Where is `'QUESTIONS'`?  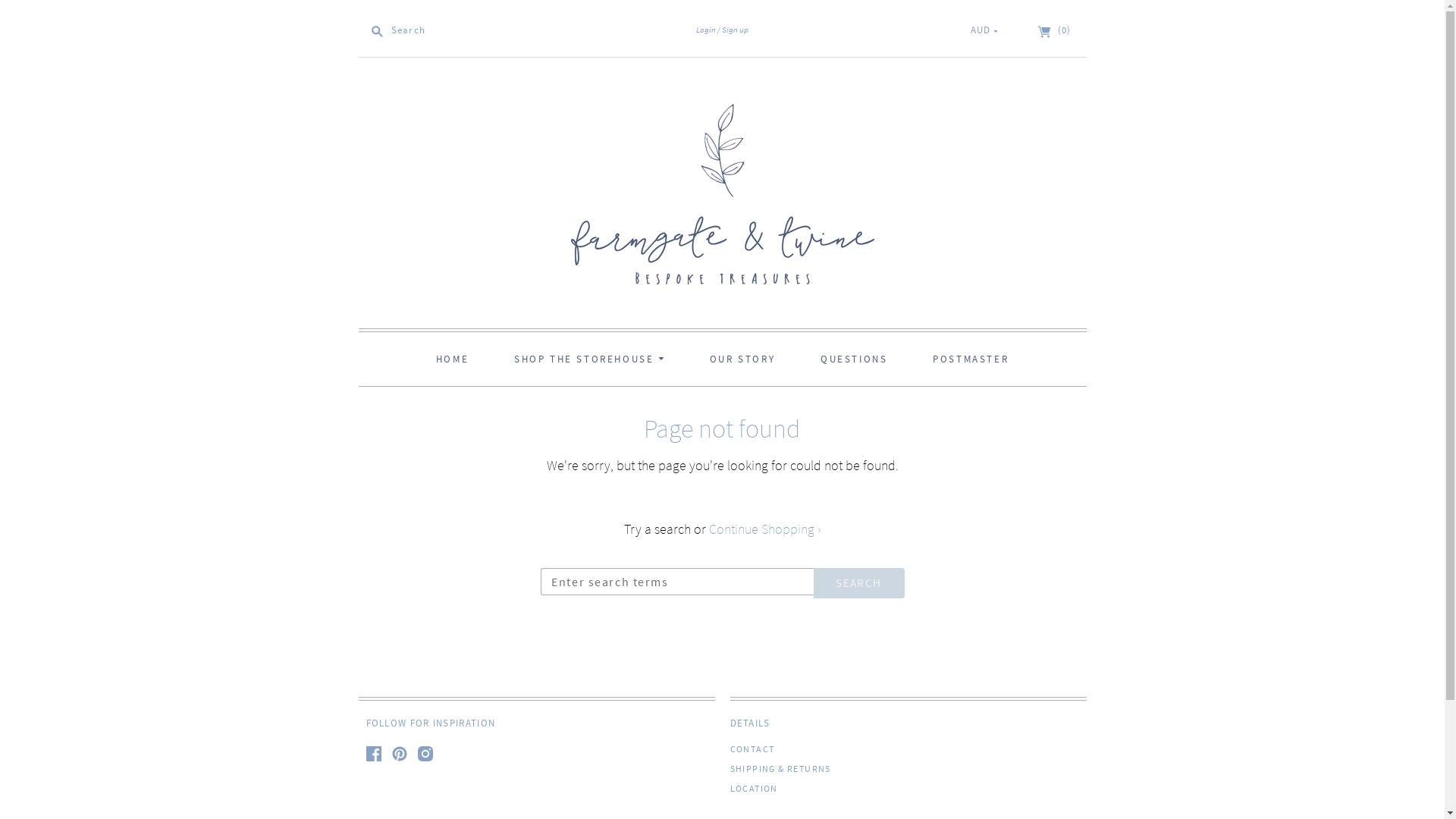 'QUESTIONS' is located at coordinates (854, 359).